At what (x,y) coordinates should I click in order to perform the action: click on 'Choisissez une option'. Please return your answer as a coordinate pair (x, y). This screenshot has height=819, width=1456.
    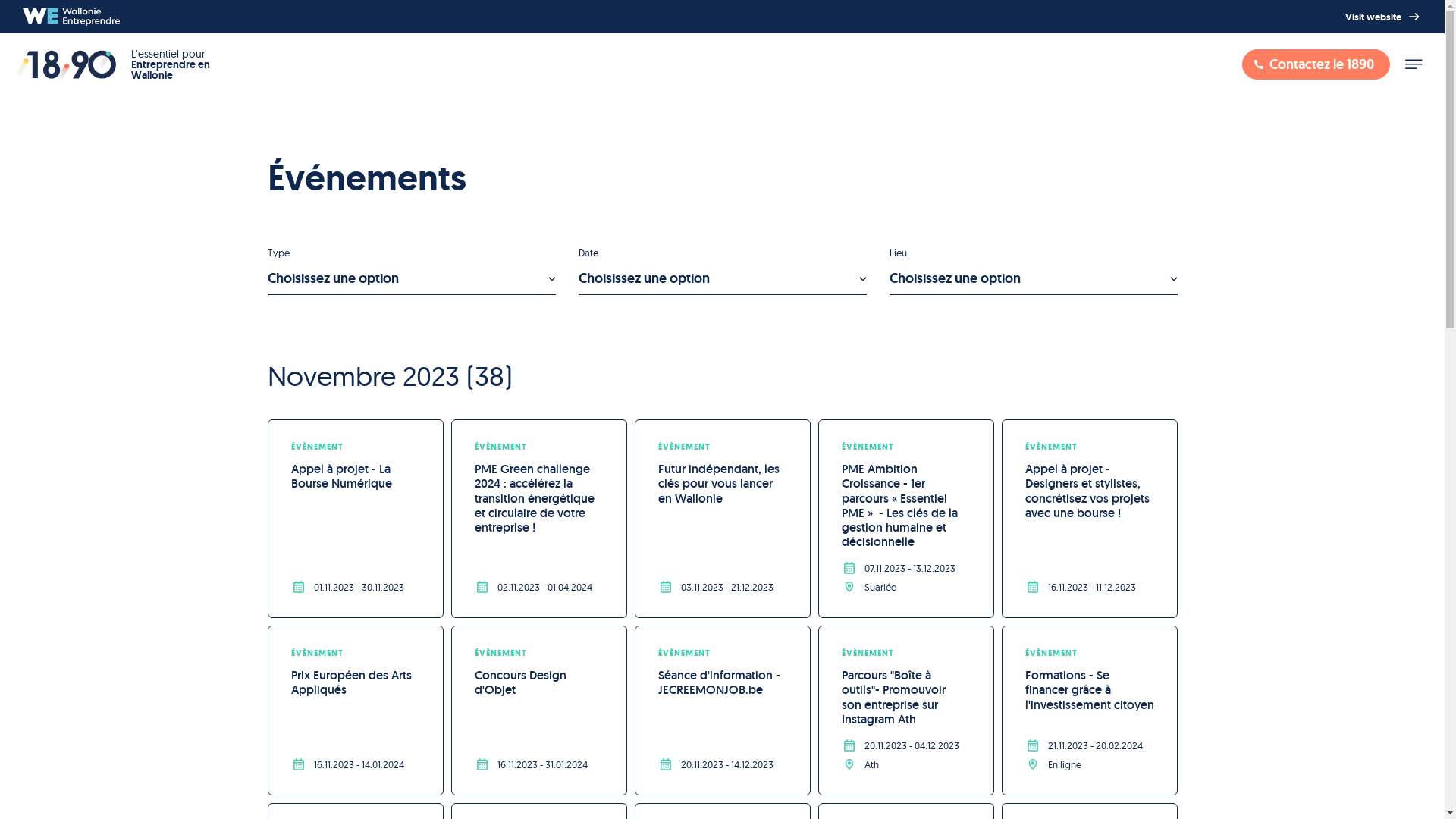
    Looking at the image, I should click on (1032, 279).